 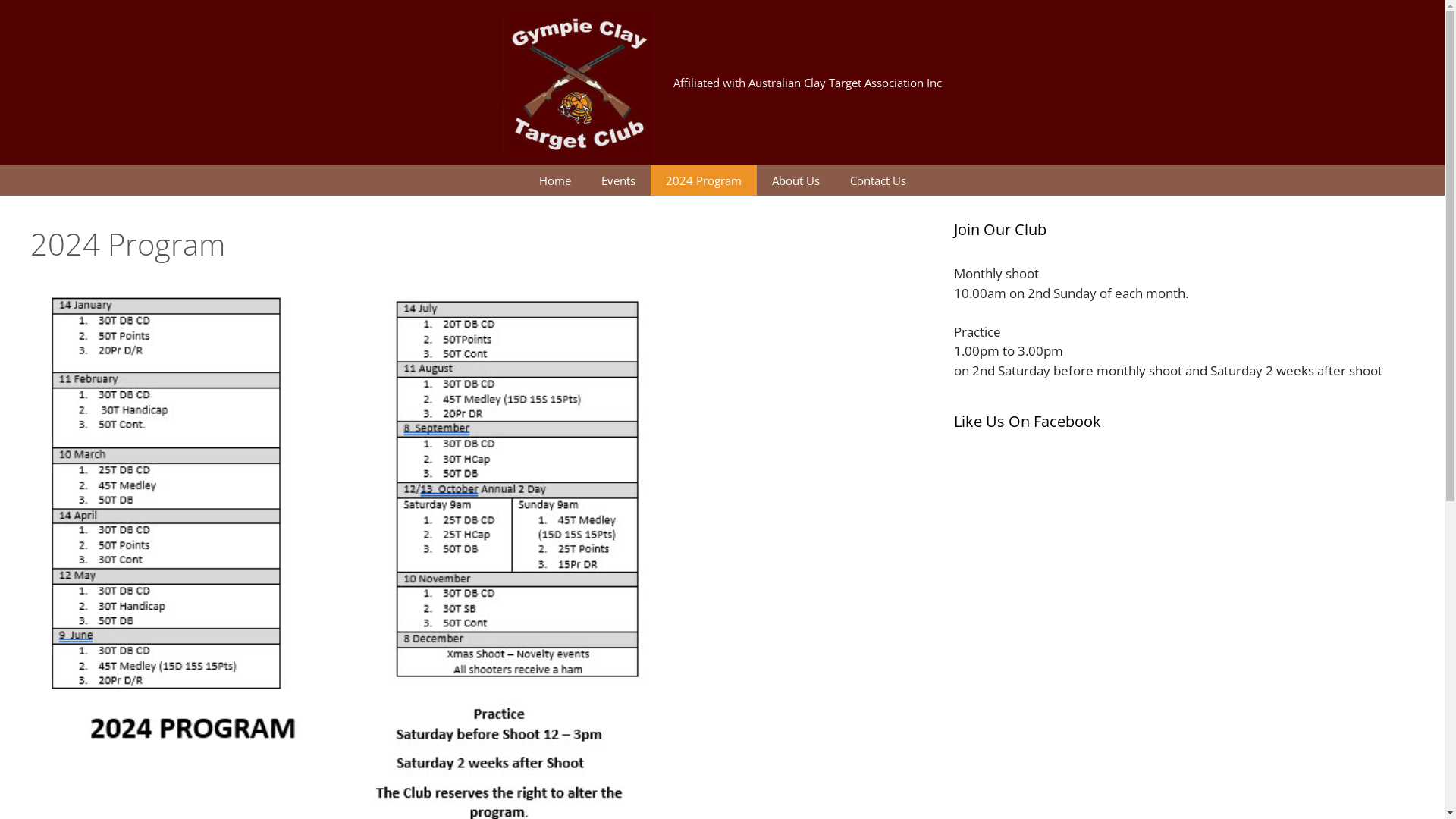 What do you see at coordinates (795, 180) in the screenshot?
I see `'About Us'` at bounding box center [795, 180].